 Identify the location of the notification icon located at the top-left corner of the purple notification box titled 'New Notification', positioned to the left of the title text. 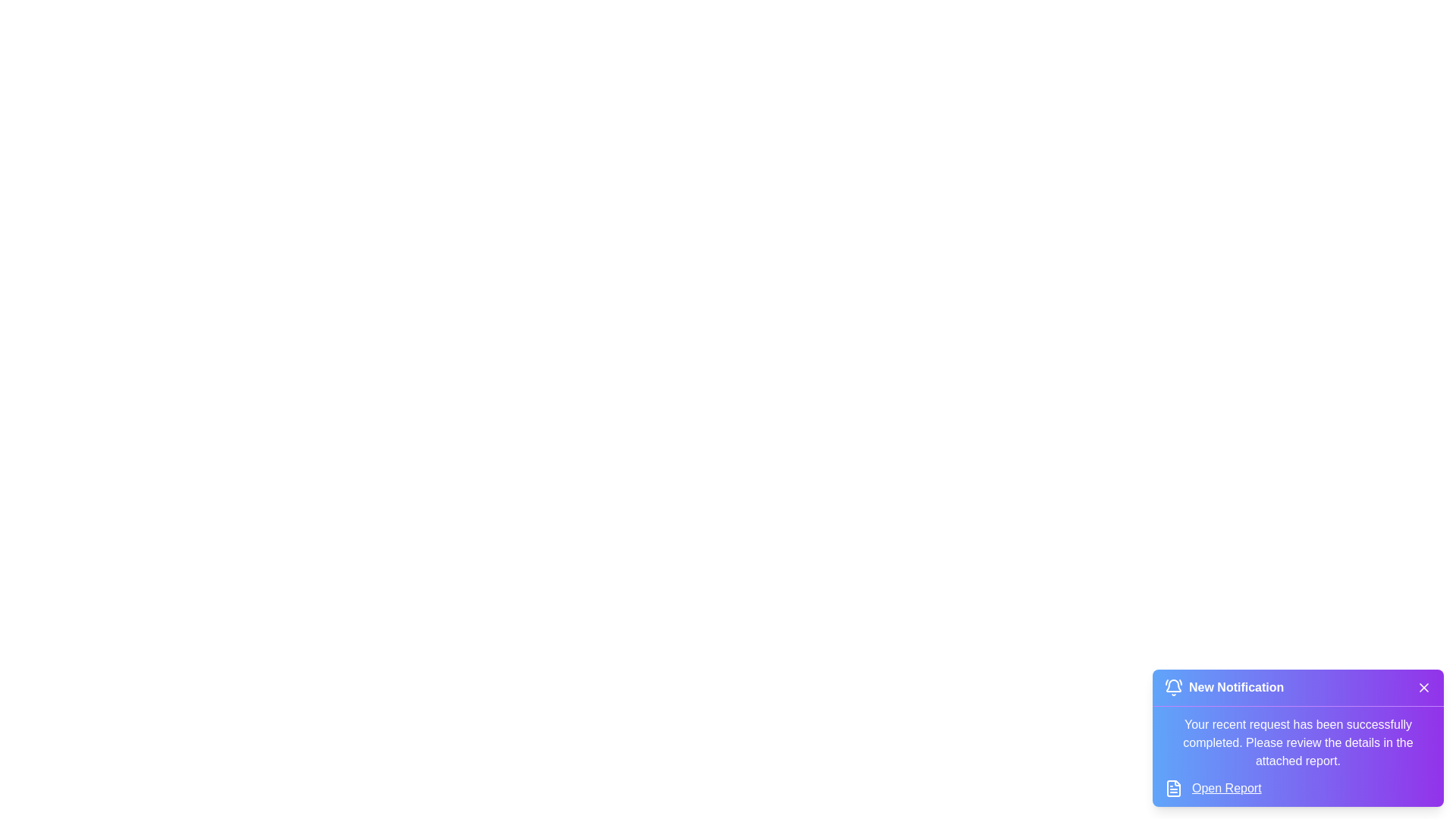
(1173, 687).